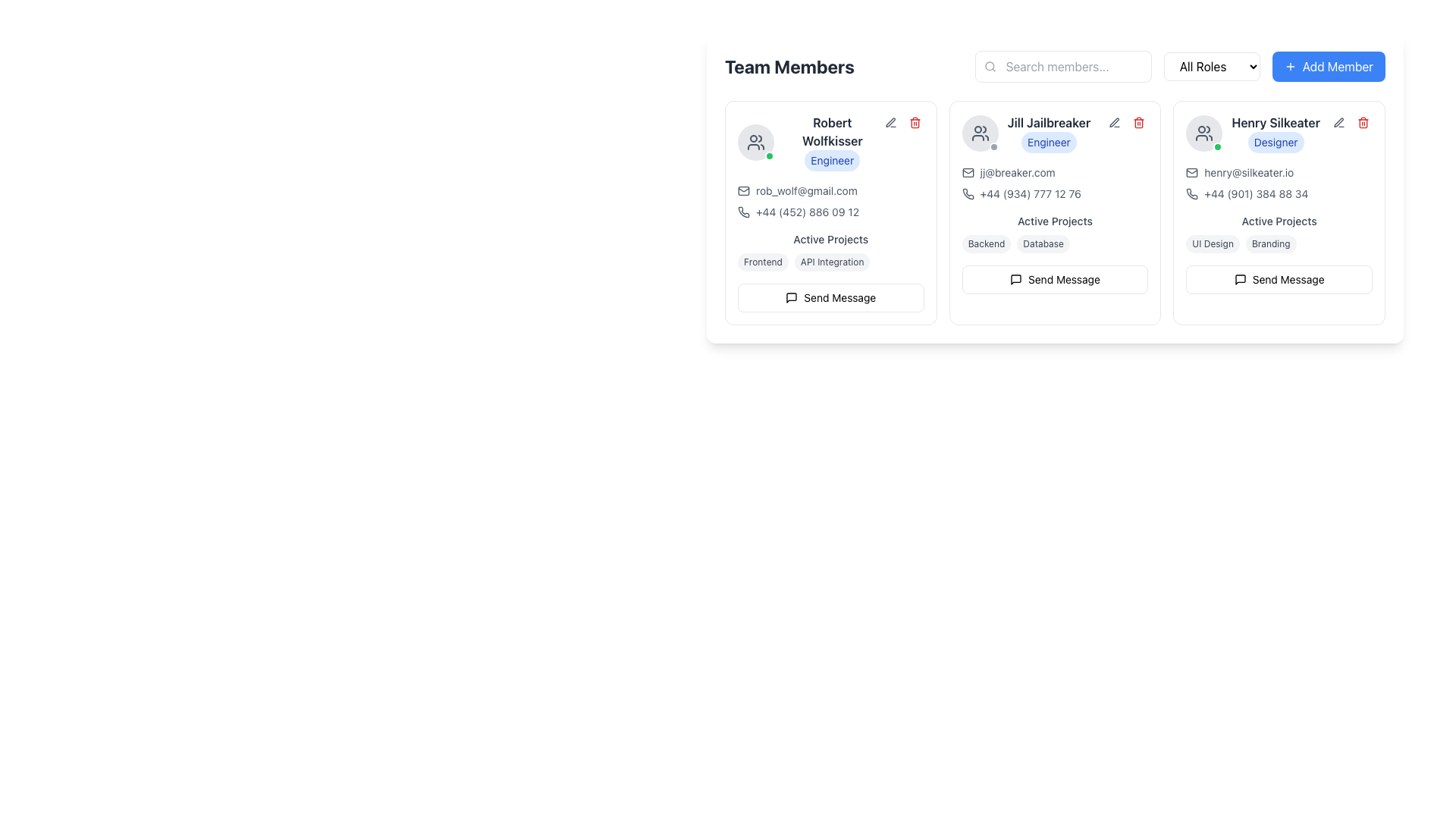  Describe the element at coordinates (1203, 133) in the screenshot. I see `the avatar or profile picture of user 'Henry Silkeater', which is located in the top-left corner of the card containing his information, indicated by a green dot in the bottom-right corner` at that location.